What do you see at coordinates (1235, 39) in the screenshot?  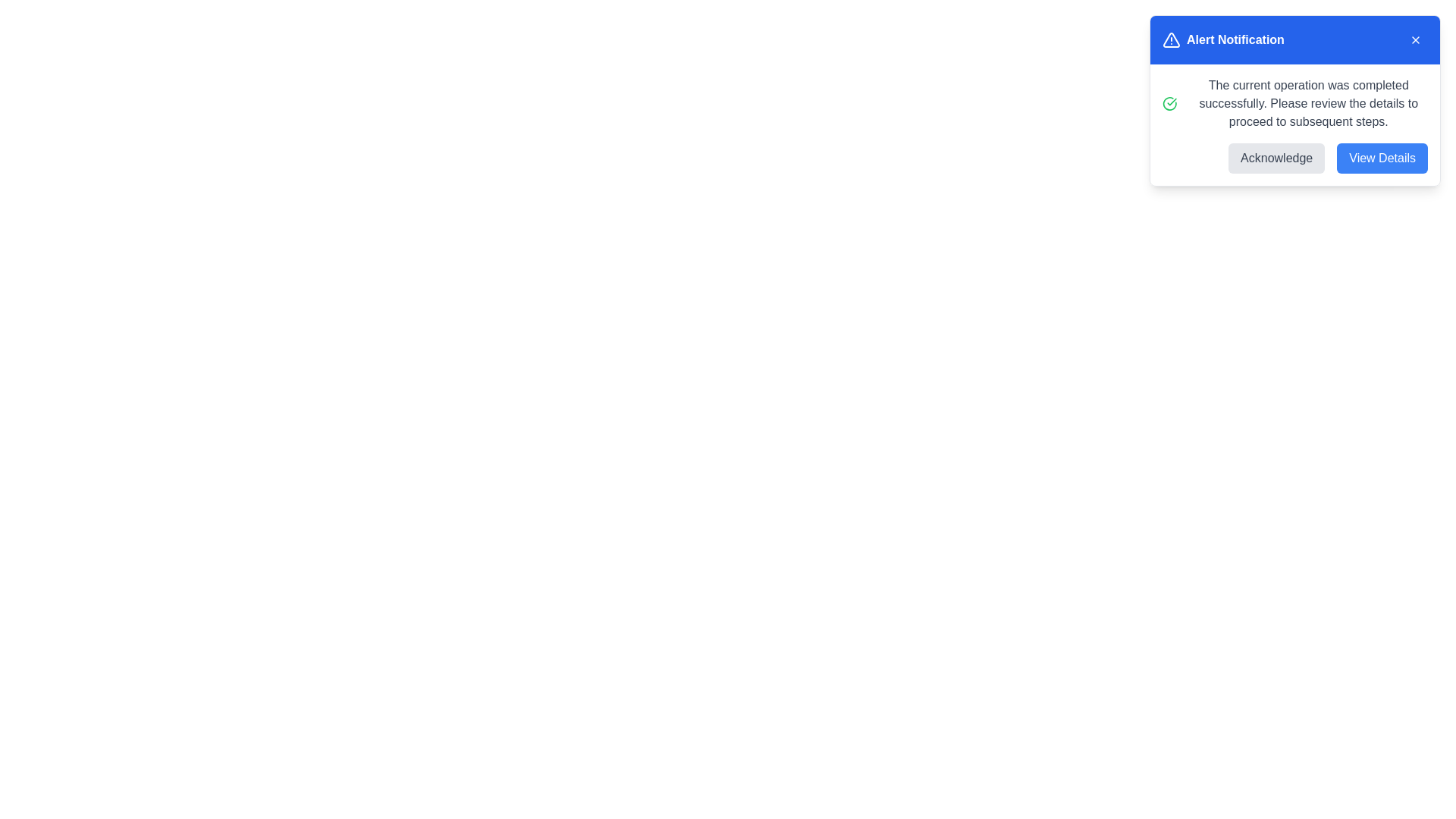 I see `the Static Text element that indicates the title of the notification, which is located at the upper center of the modal dialog box, to interact with the alert content` at bounding box center [1235, 39].